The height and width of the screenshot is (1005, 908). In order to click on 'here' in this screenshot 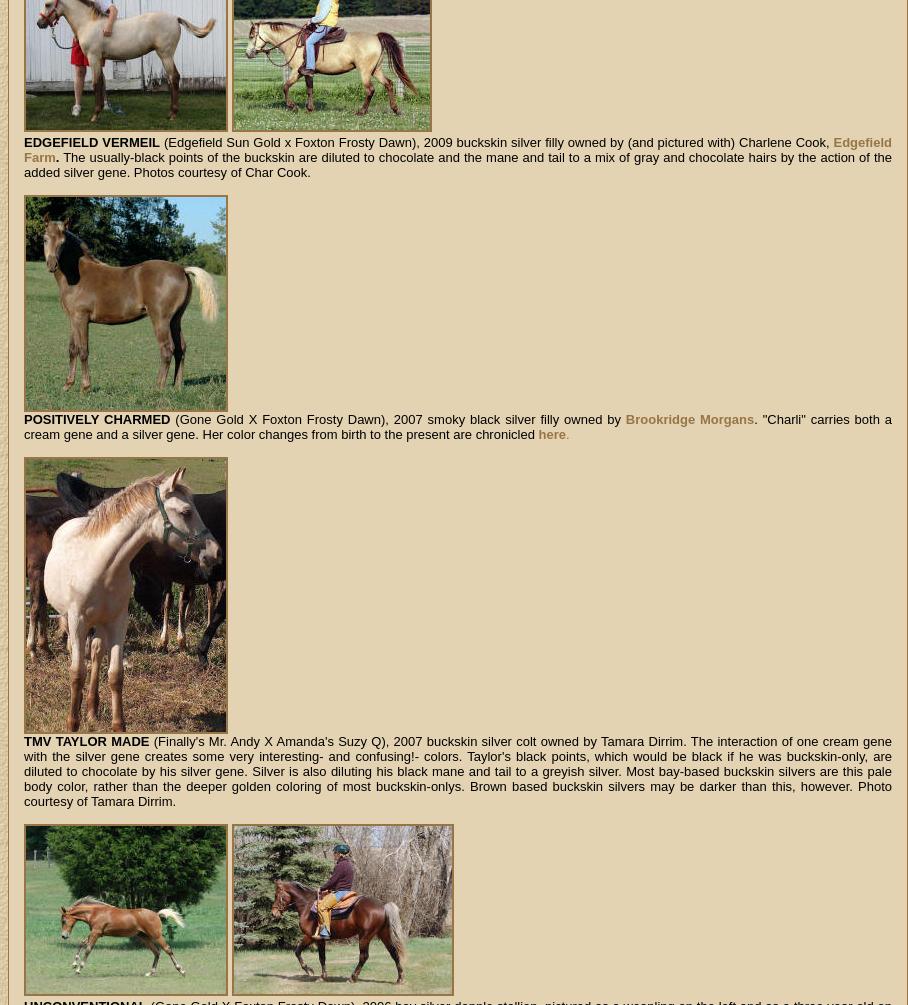, I will do `click(550, 434)`.